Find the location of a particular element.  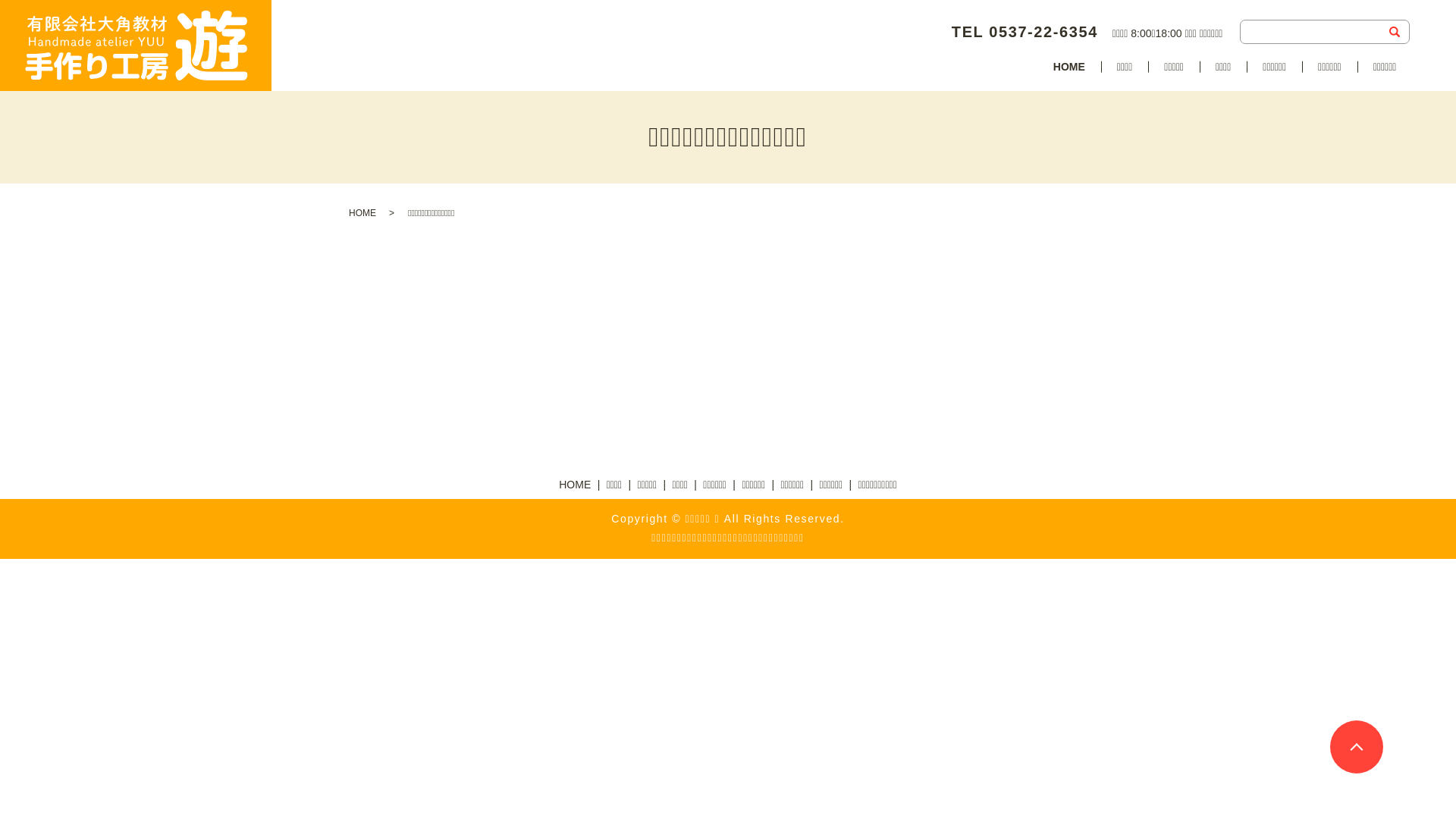

'HOME' is located at coordinates (1068, 67).